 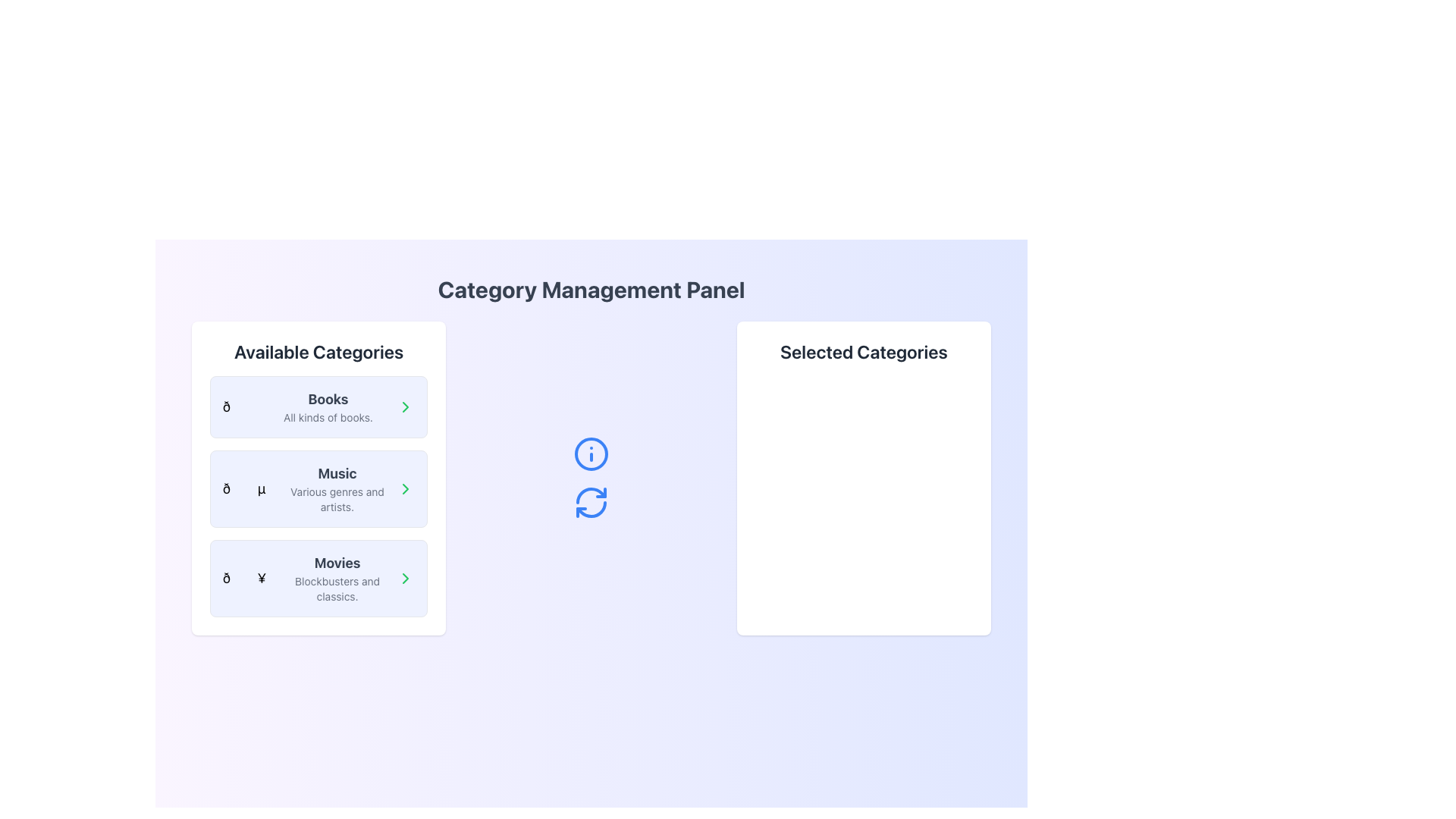 I want to click on the navigation button located at the far right of the 'Books' card in the Available Categories section, so click(x=406, y=406).